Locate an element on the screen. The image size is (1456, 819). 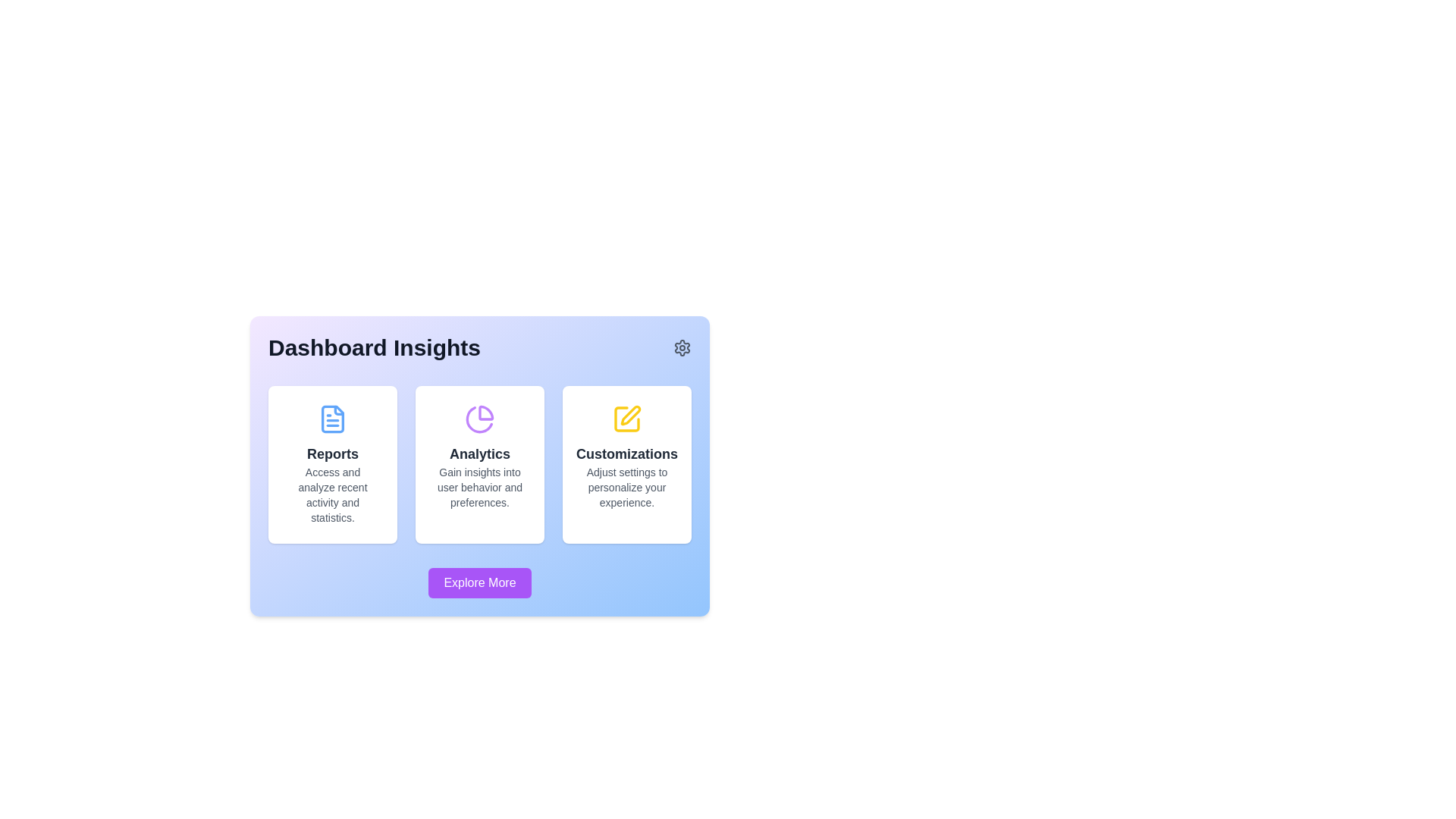
the pie chart icon styled with purple lines located at the top of the 'Analytics' card by moving the cursor to its center is located at coordinates (479, 419).